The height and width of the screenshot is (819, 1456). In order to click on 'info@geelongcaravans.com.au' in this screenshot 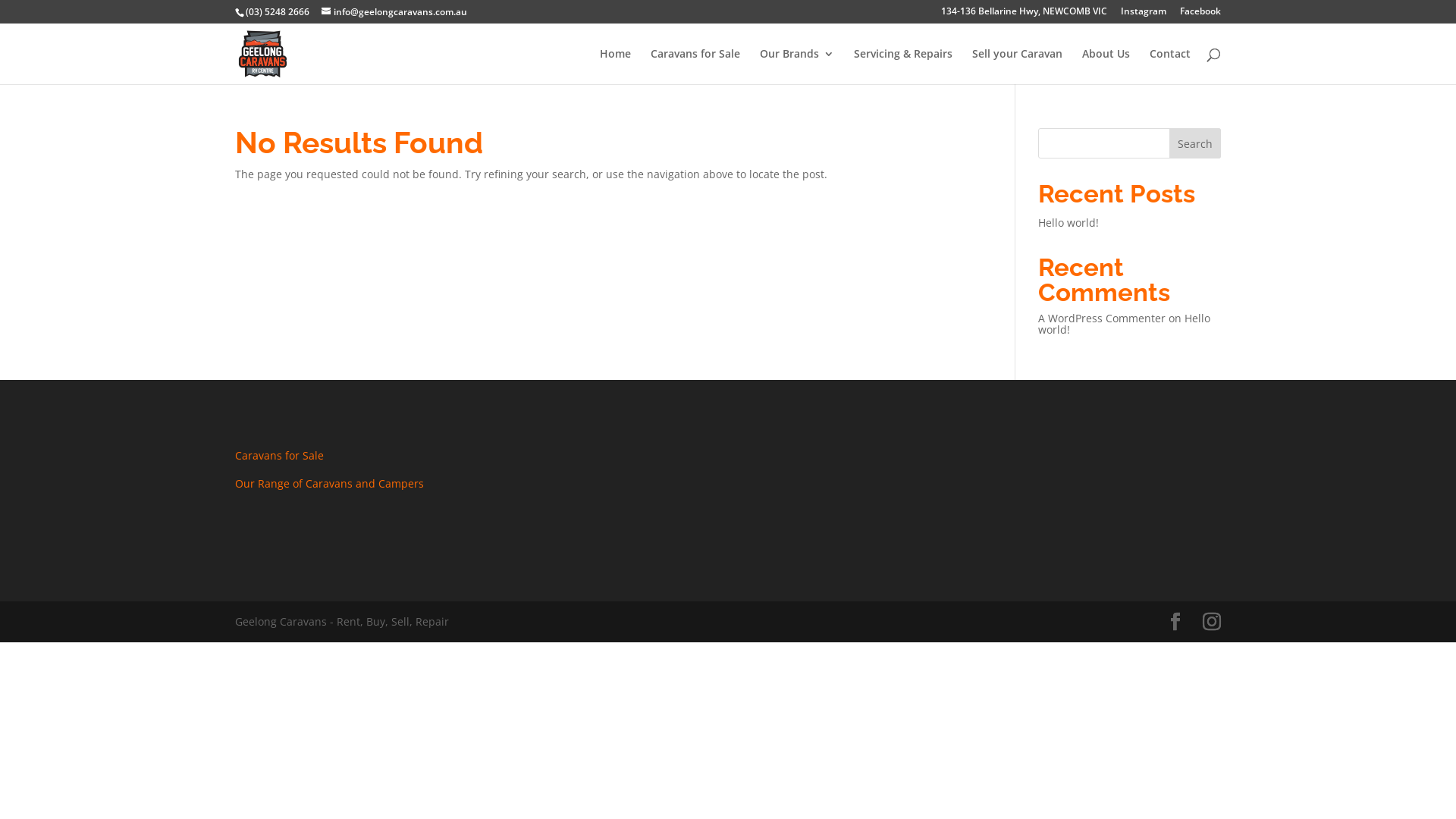, I will do `click(394, 11)`.